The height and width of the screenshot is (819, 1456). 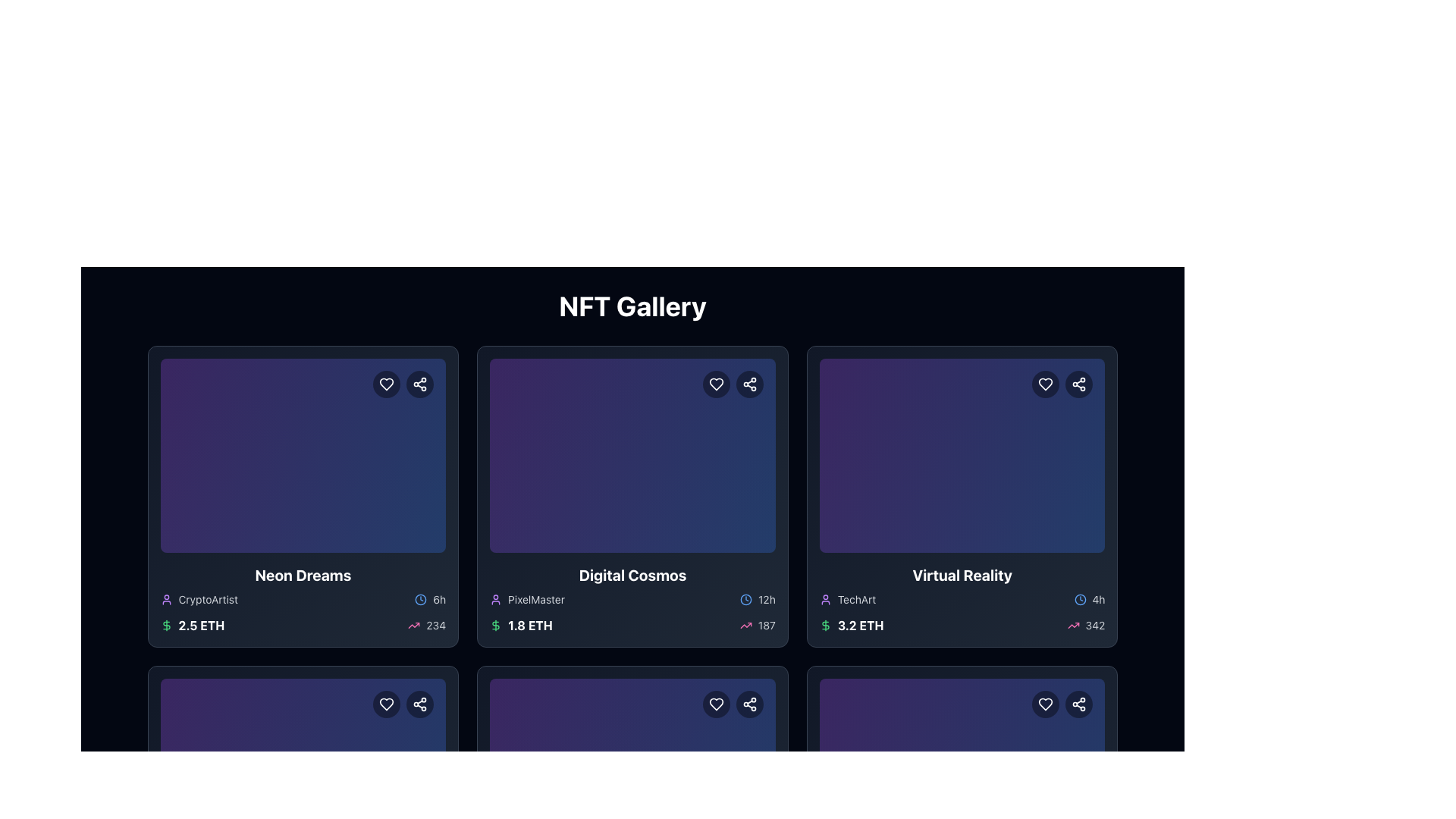 I want to click on the upward-trending line graph icon, which is a small pink vector-based icon located at the bottom right of the 'Neon Dreams' card, so click(x=414, y=626).